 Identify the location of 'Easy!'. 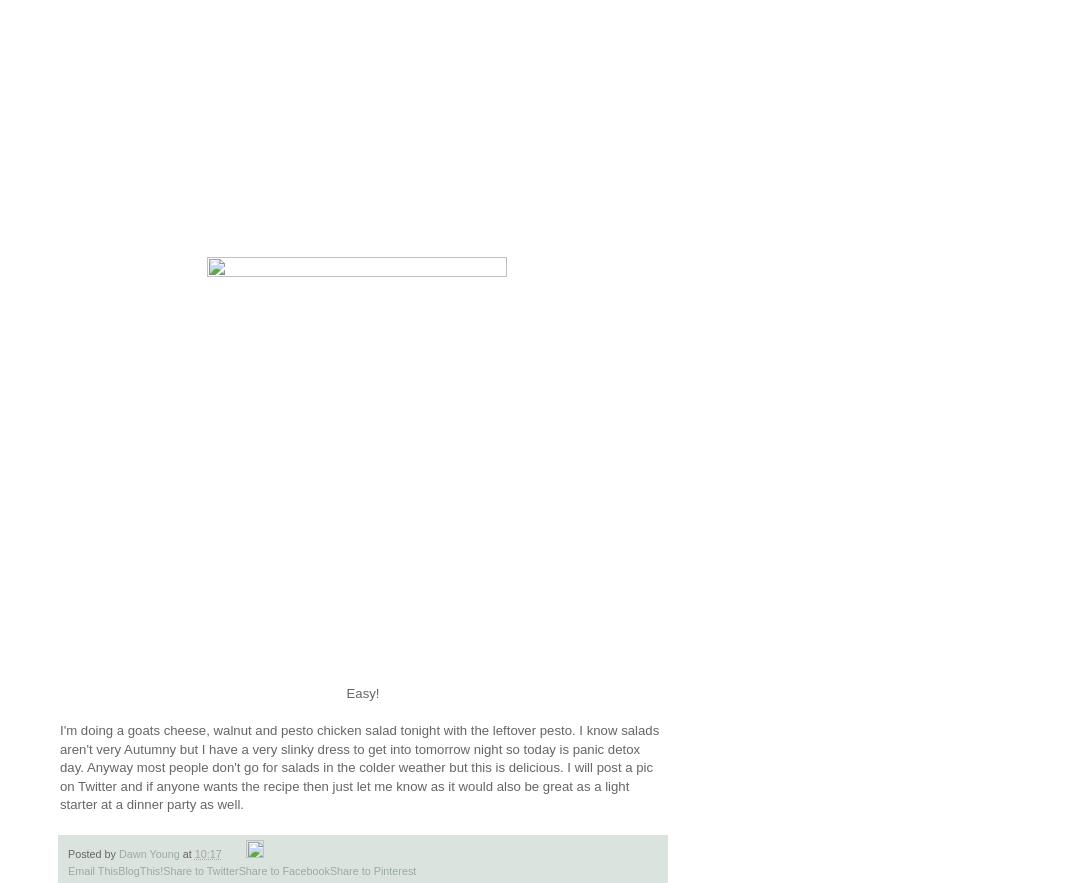
(361, 693).